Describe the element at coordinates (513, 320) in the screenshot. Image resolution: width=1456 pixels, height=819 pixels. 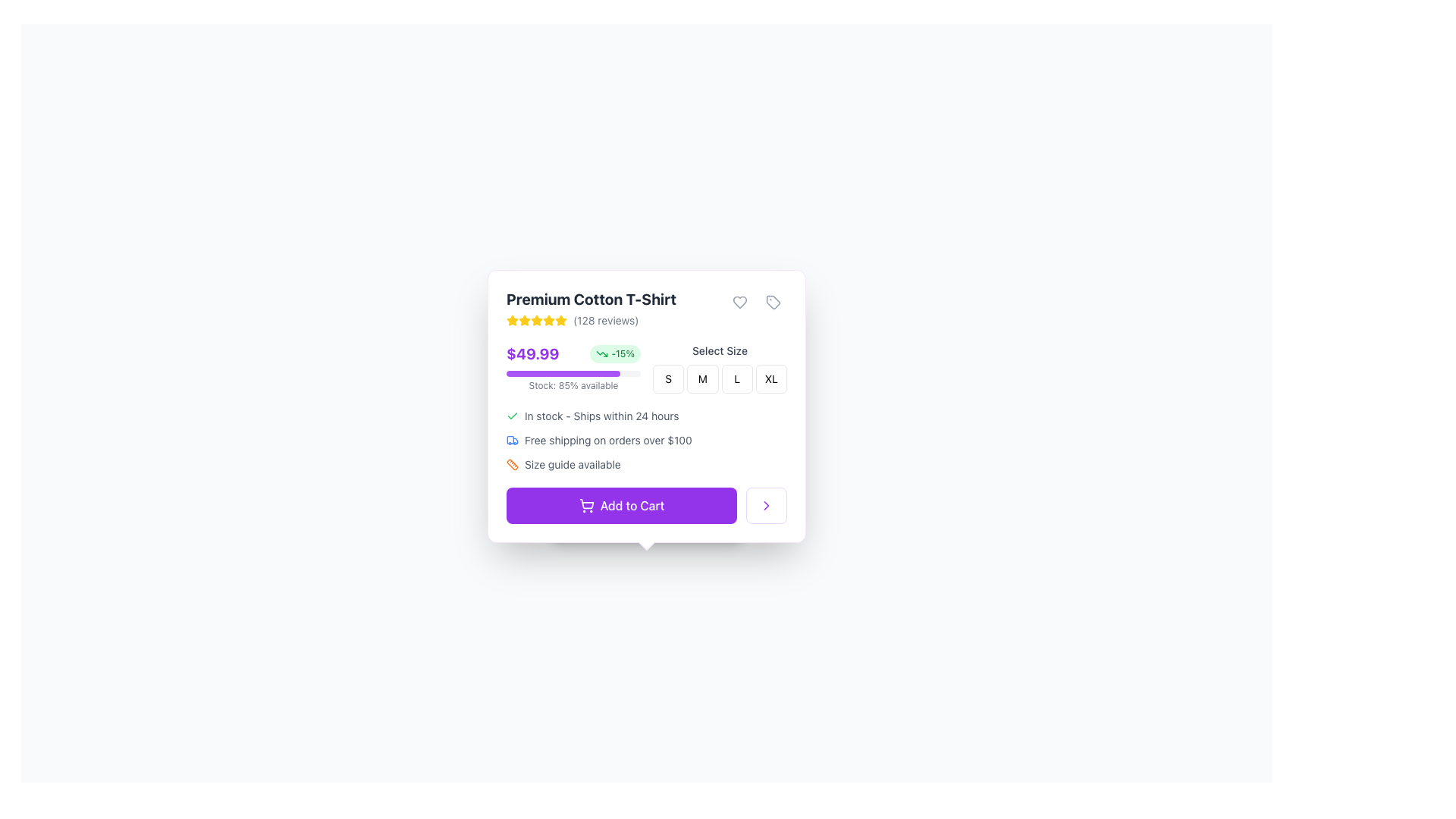
I see `the second star icon in the horizontal row of five stars, which represents a rating system, located below the product title and beside the review count text` at that location.